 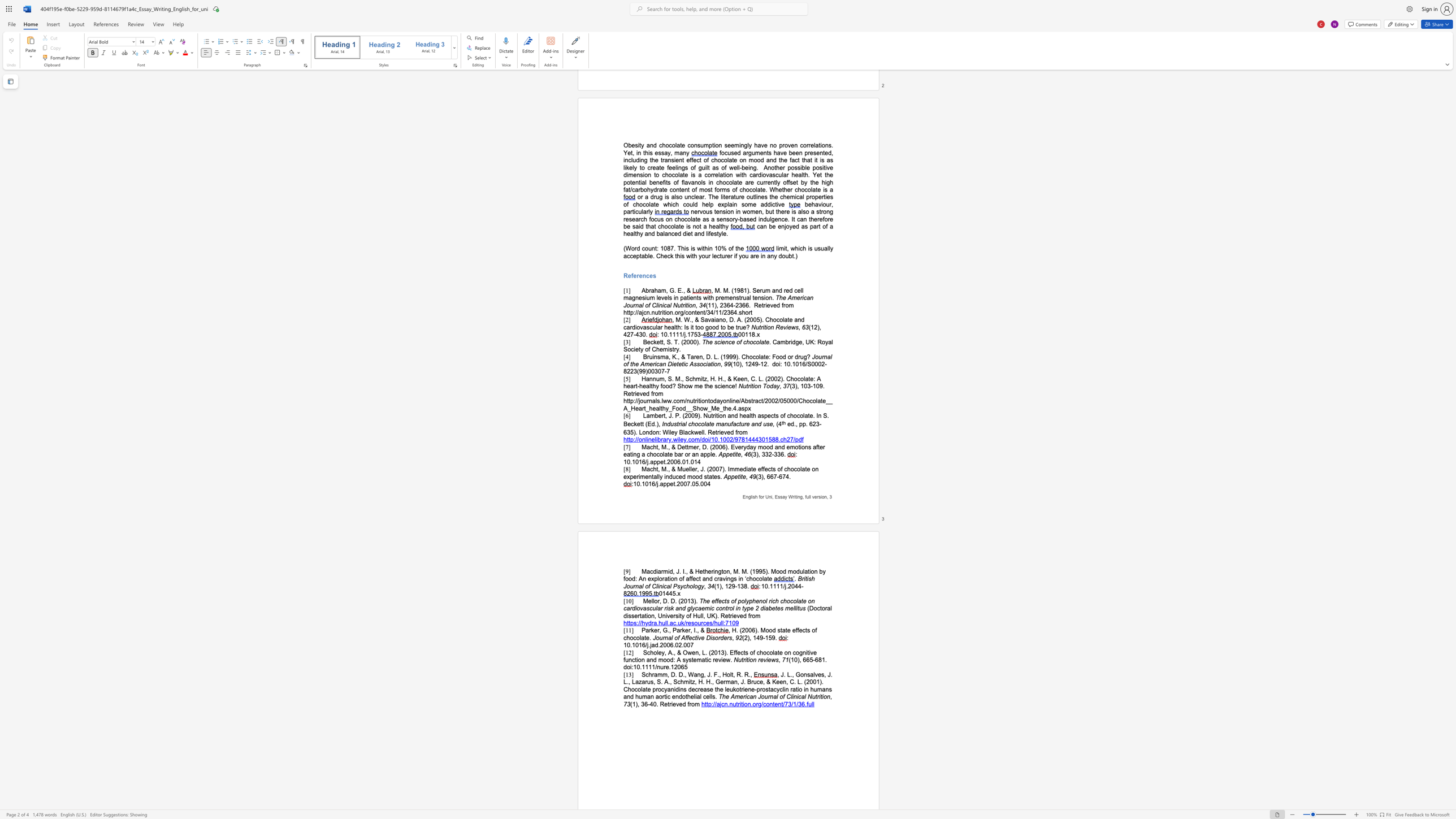 What do you see at coordinates (682, 703) in the screenshot?
I see `the subset text "d from" within the text "(1), 36-40. Retrieved from"` at bounding box center [682, 703].